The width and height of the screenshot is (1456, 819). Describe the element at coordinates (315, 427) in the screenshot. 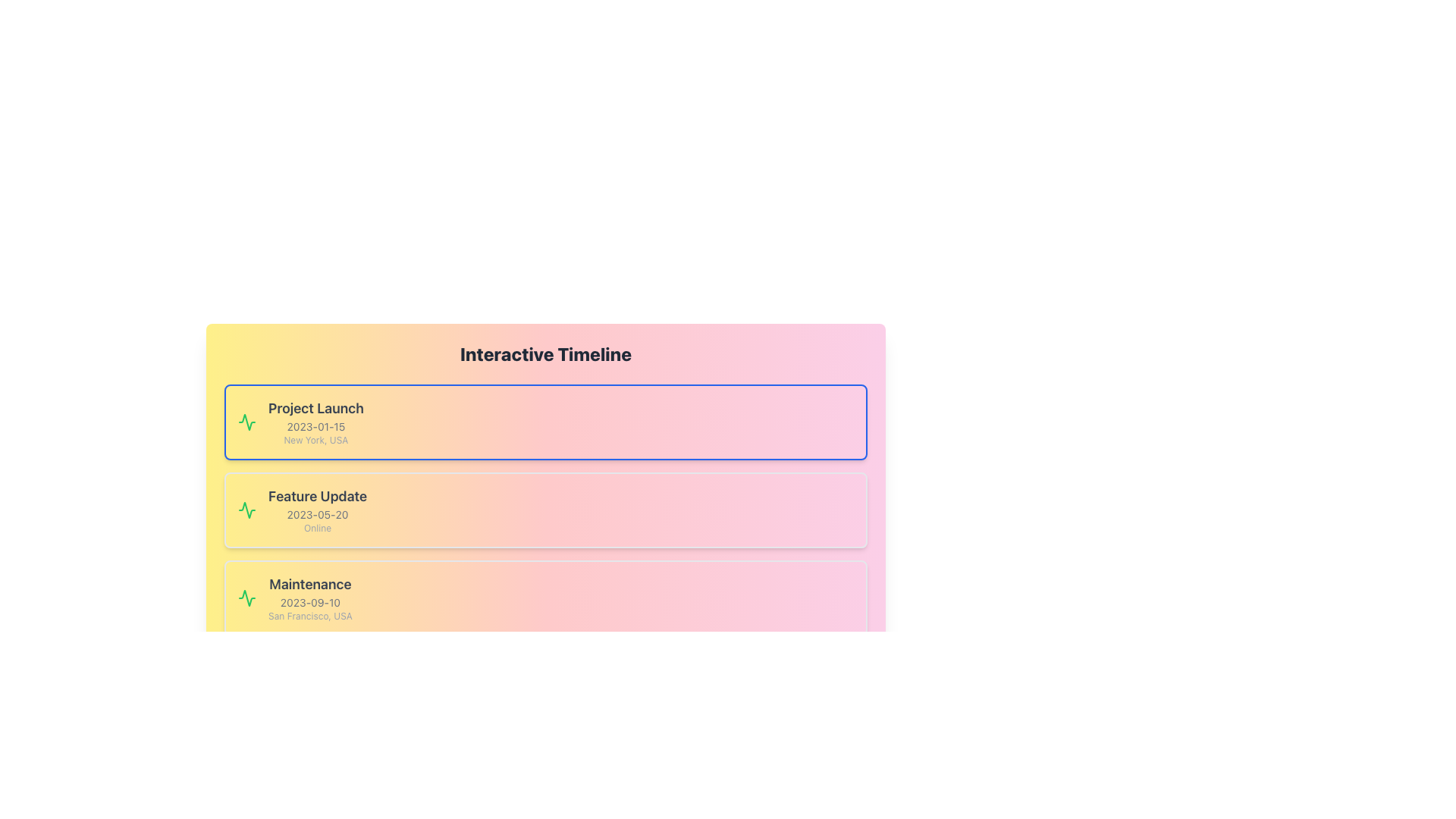

I see `the small gray text label displaying '2023-01-15', which is positioned below the heading 'Project Launch' and above the location descriptor 'New York, USA'` at that location.